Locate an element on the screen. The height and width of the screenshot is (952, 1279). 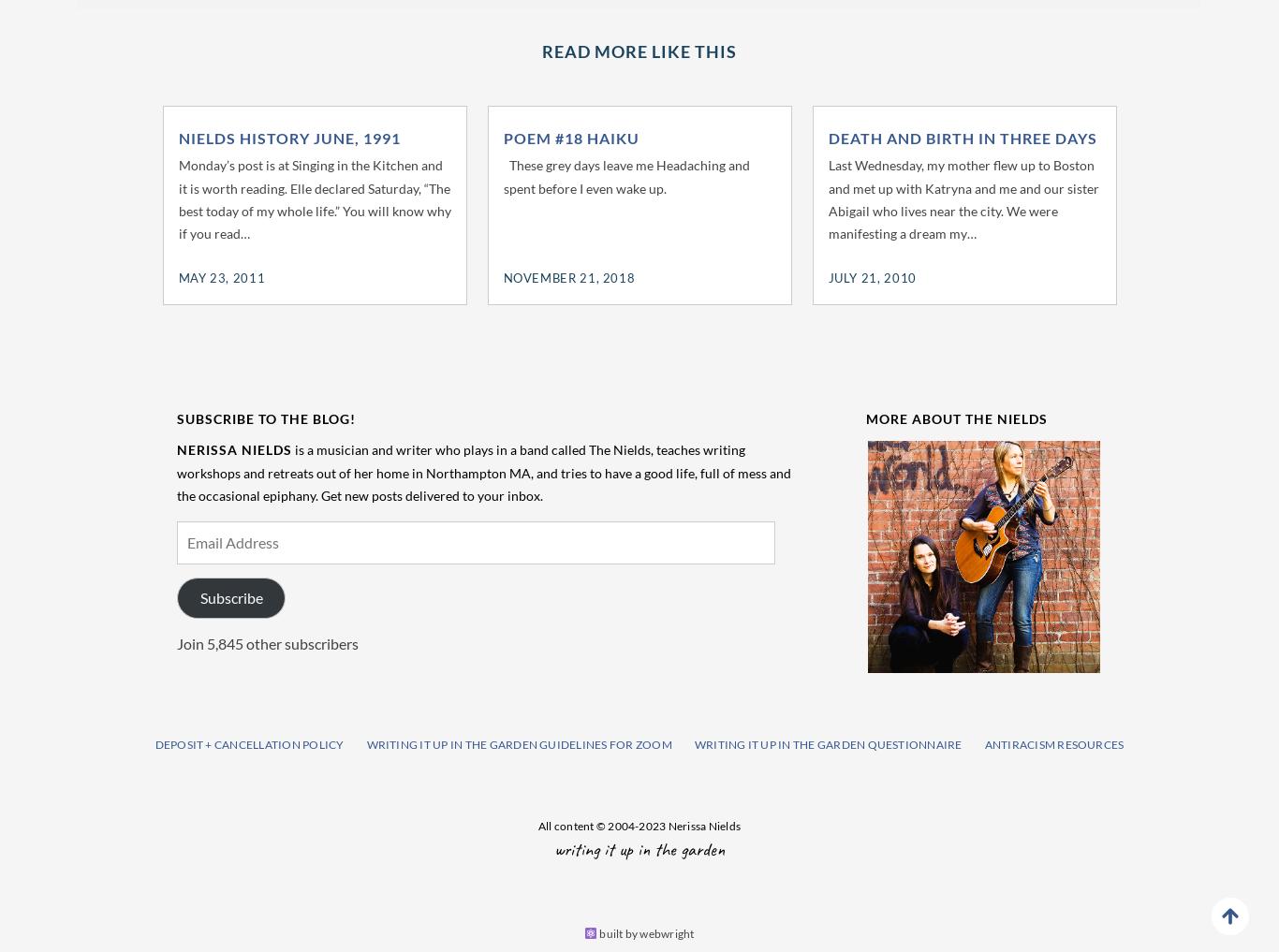
'more about the Nields' is located at coordinates (957, 418).